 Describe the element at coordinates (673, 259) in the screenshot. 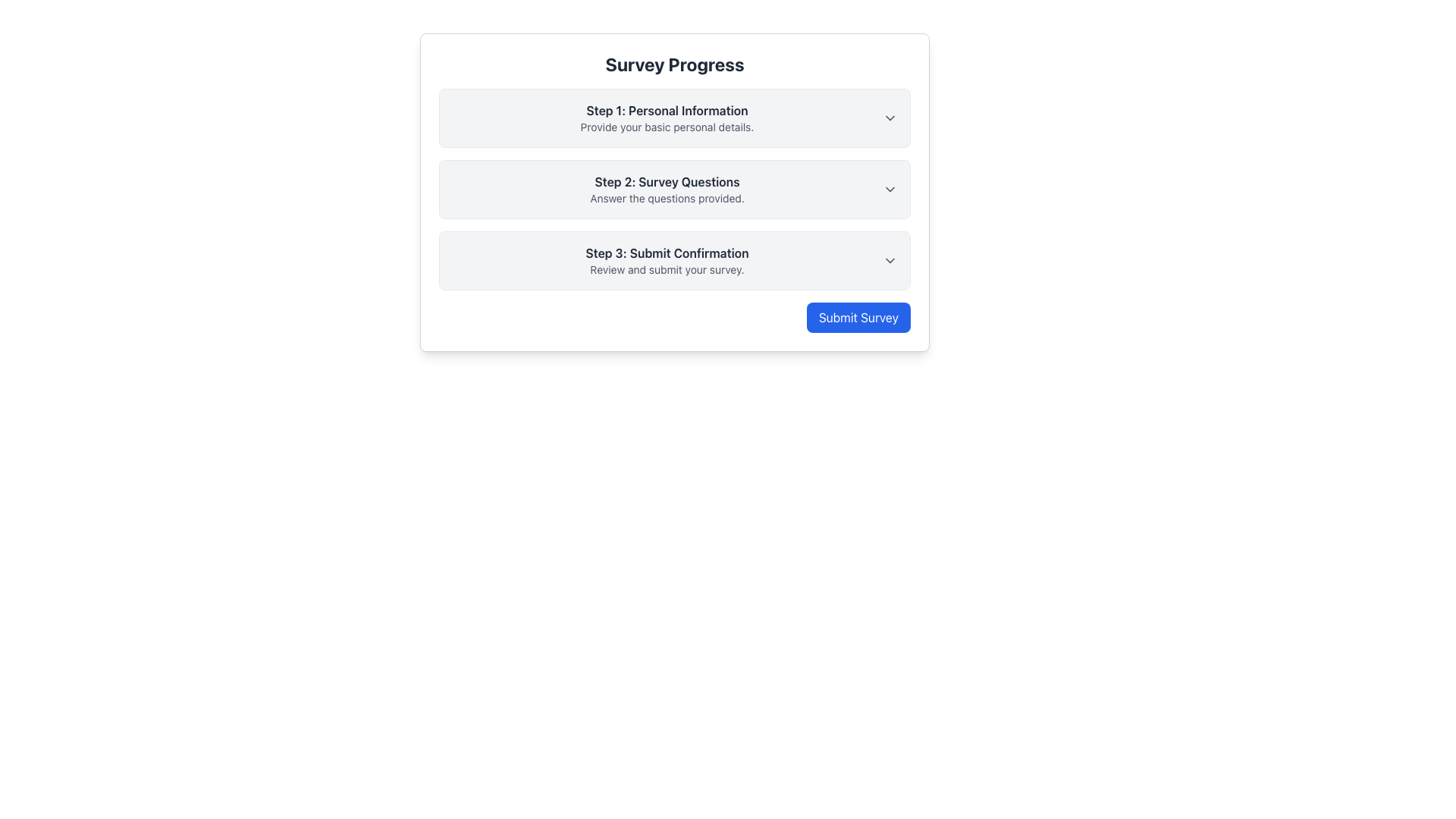

I see `the third step Collapsible section header, which guides the user to review and submit their survey` at that location.